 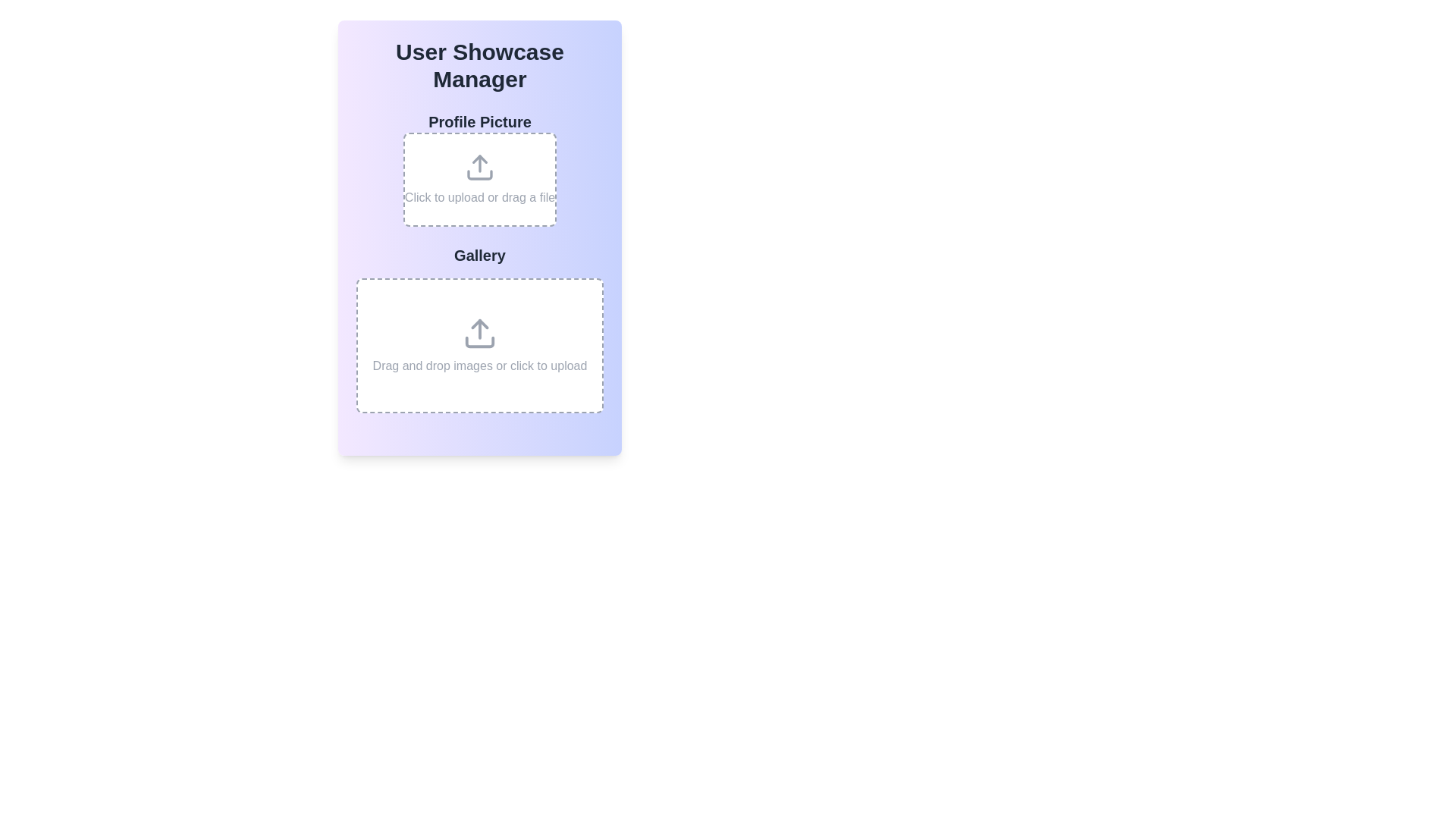 What do you see at coordinates (479, 169) in the screenshot?
I see `the center of the File upload zone, which is a rectangular area with a dashed border and the text 'Click to upload or drag a file', located below the 'Profile Picture' header` at bounding box center [479, 169].